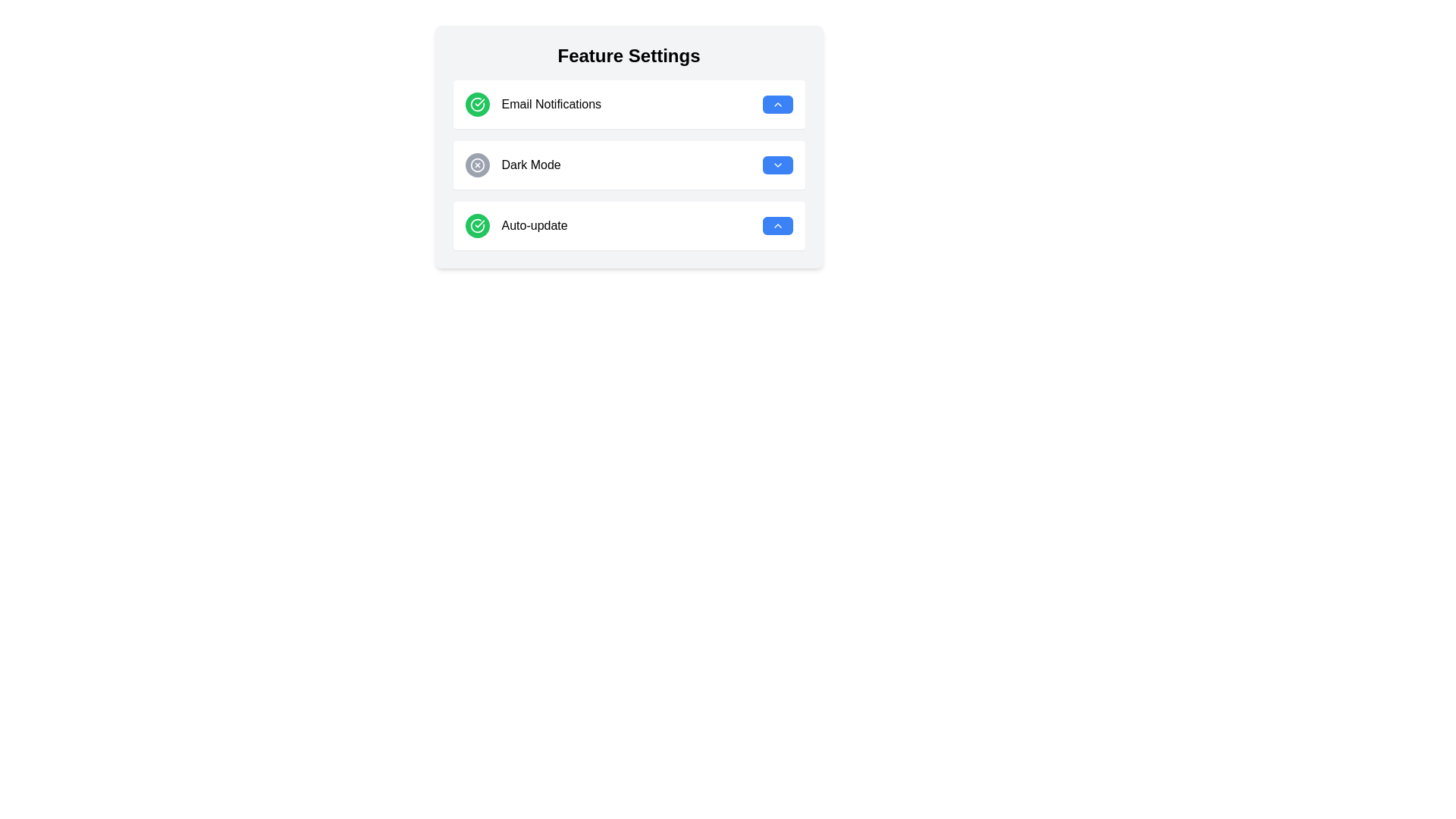 The height and width of the screenshot is (819, 1456). Describe the element at coordinates (476, 225) in the screenshot. I see `the circular green icon with a white checkmark at the top of the settings menu's vertical list` at that location.